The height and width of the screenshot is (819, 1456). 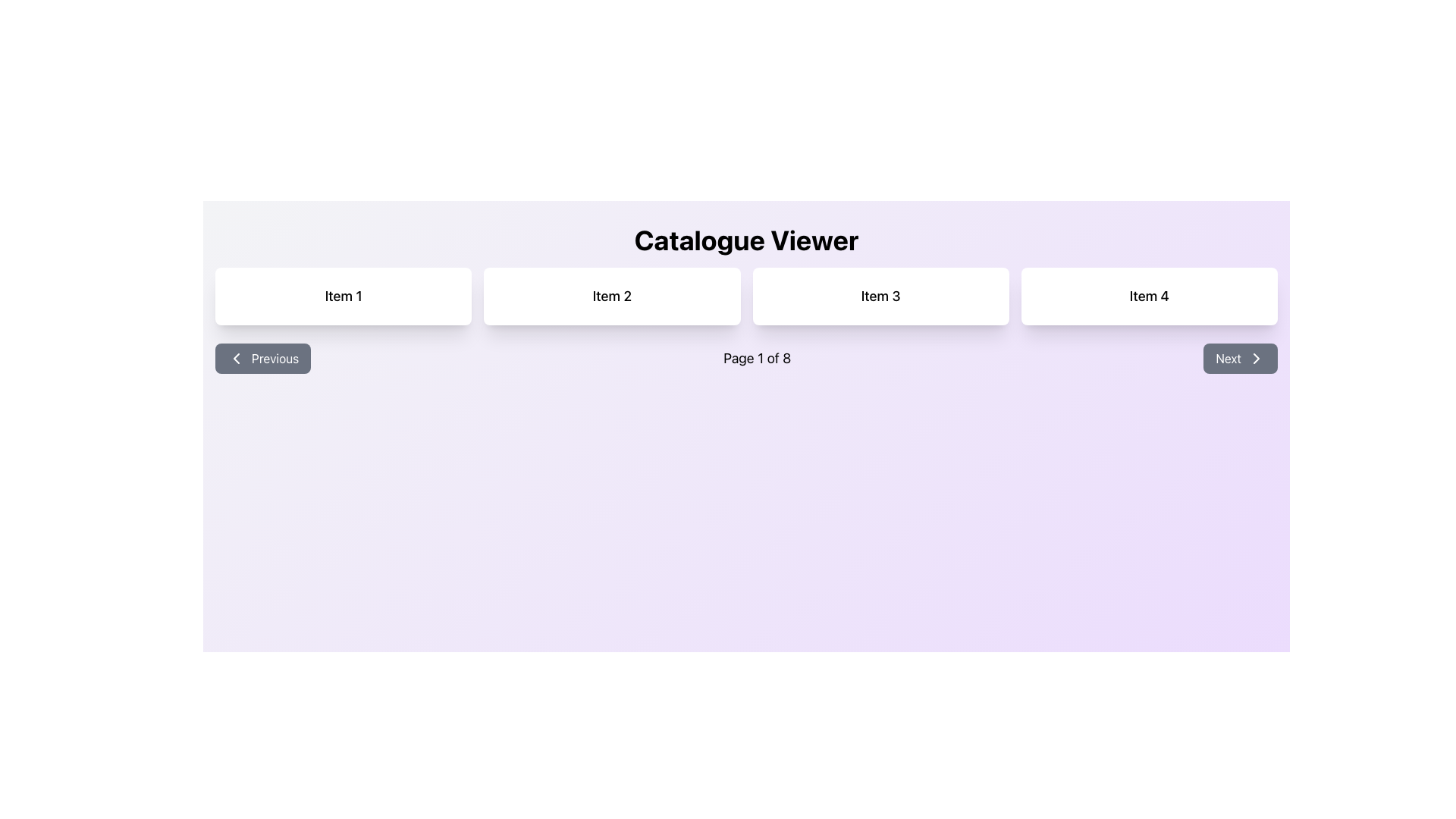 What do you see at coordinates (757, 359) in the screenshot?
I see `the text element displaying 'Page 1 of 8', which is centered and bold, located below the navigation buttons` at bounding box center [757, 359].